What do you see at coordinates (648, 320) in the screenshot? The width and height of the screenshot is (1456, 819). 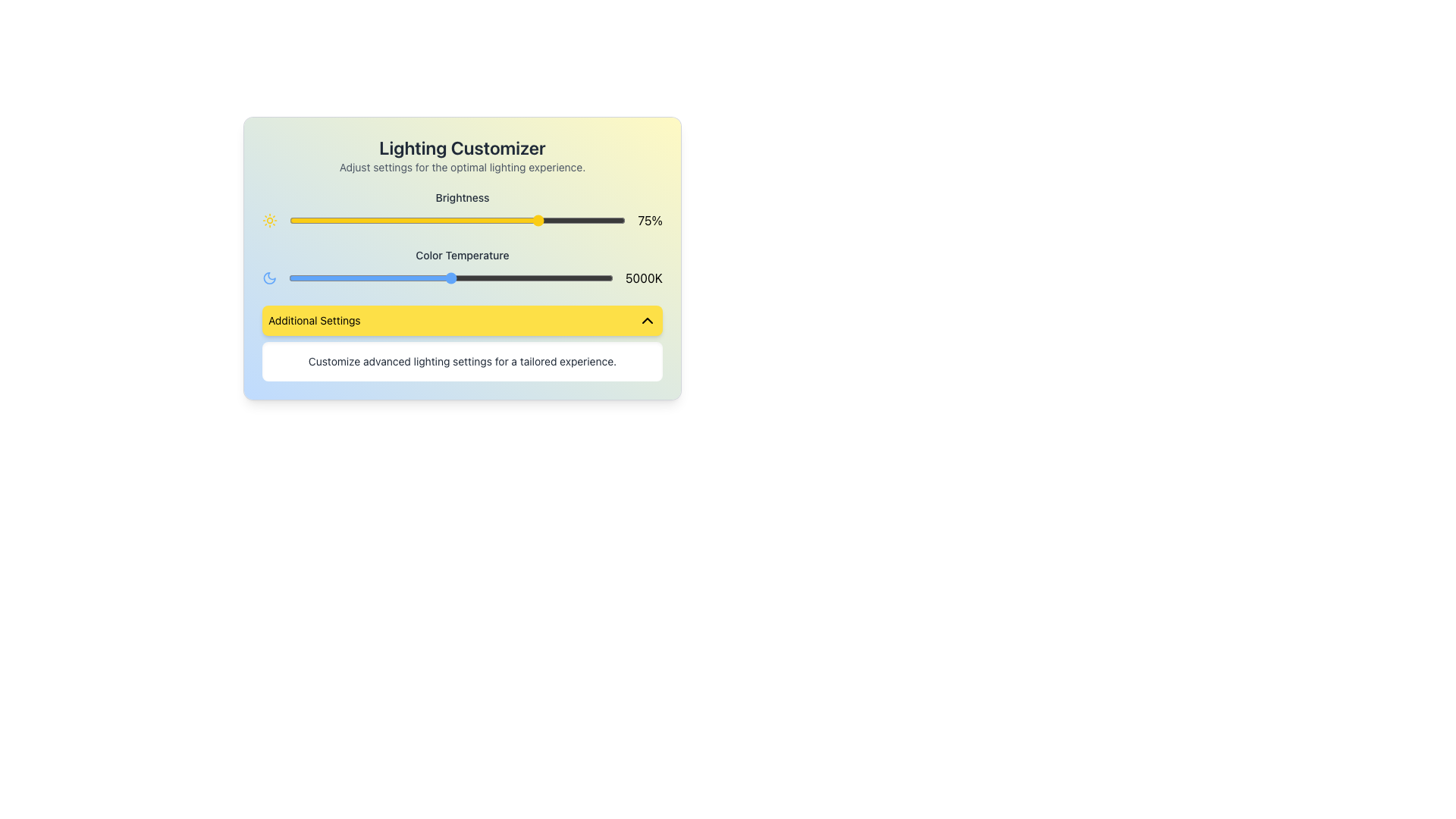 I see `the chevron-up icon with a black outline on a yellow background, located at the right end inside the 'Additional Settings' button` at bounding box center [648, 320].